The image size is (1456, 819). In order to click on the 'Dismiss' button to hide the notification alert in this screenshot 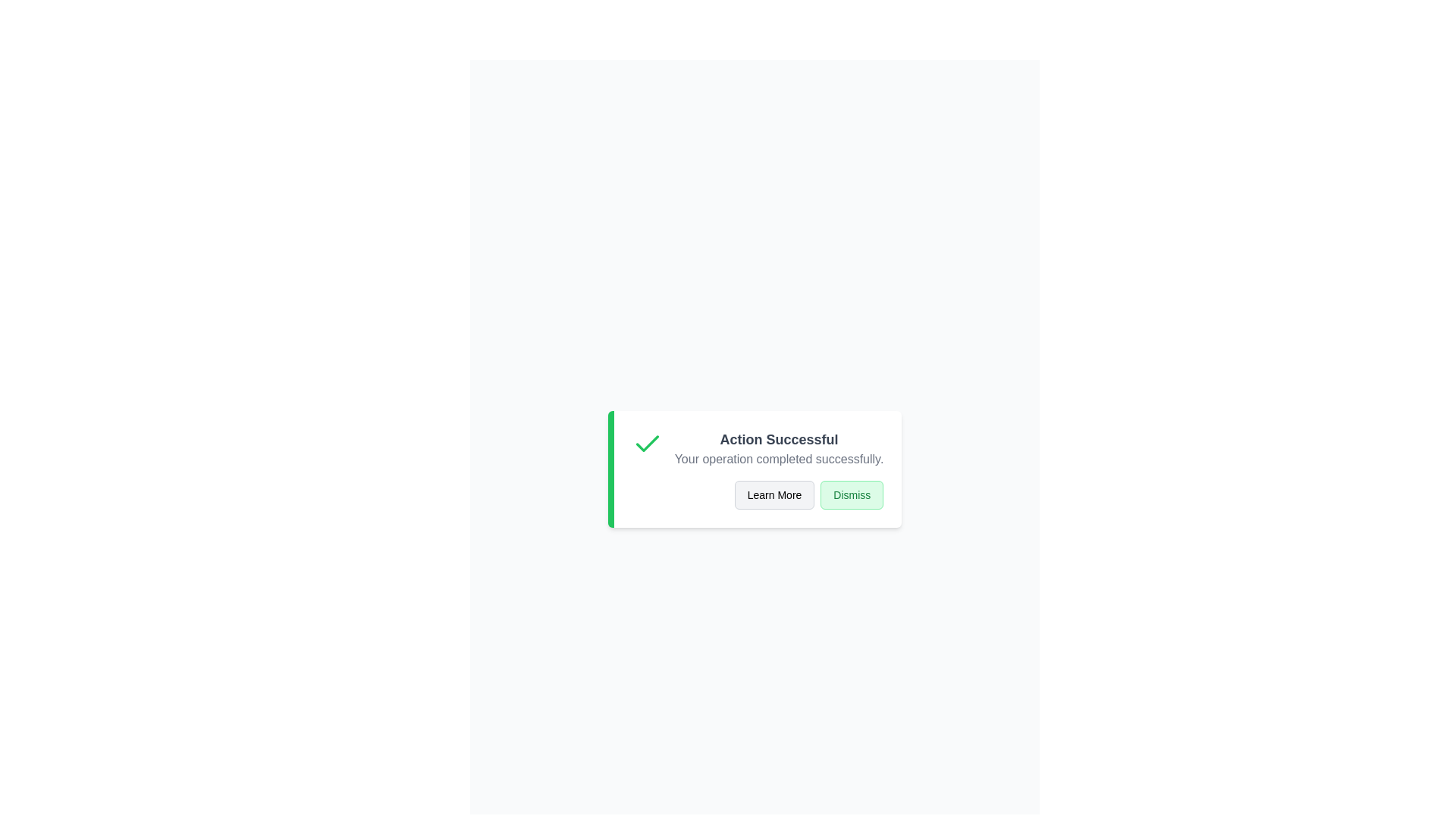, I will do `click(852, 494)`.